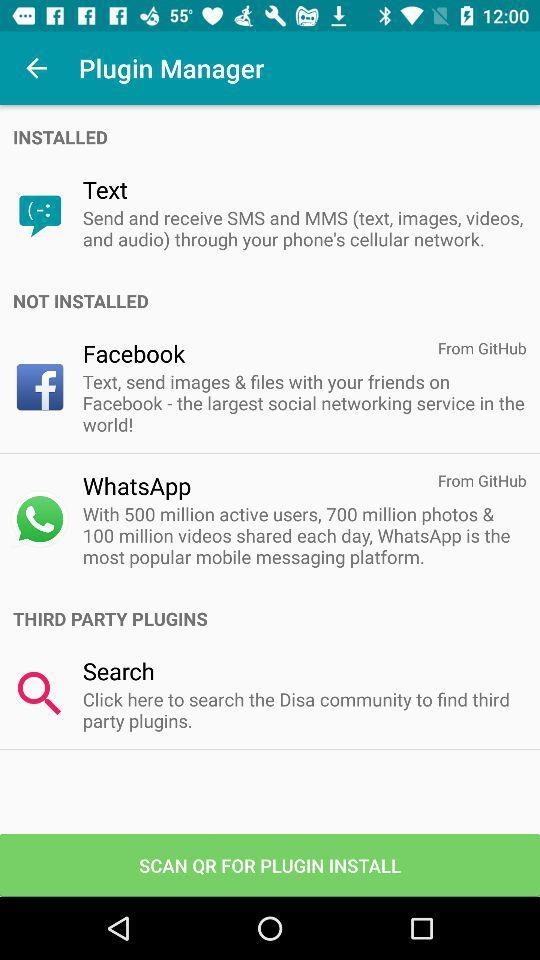 The width and height of the screenshot is (540, 960). Describe the element at coordinates (303, 710) in the screenshot. I see `click here to item` at that location.